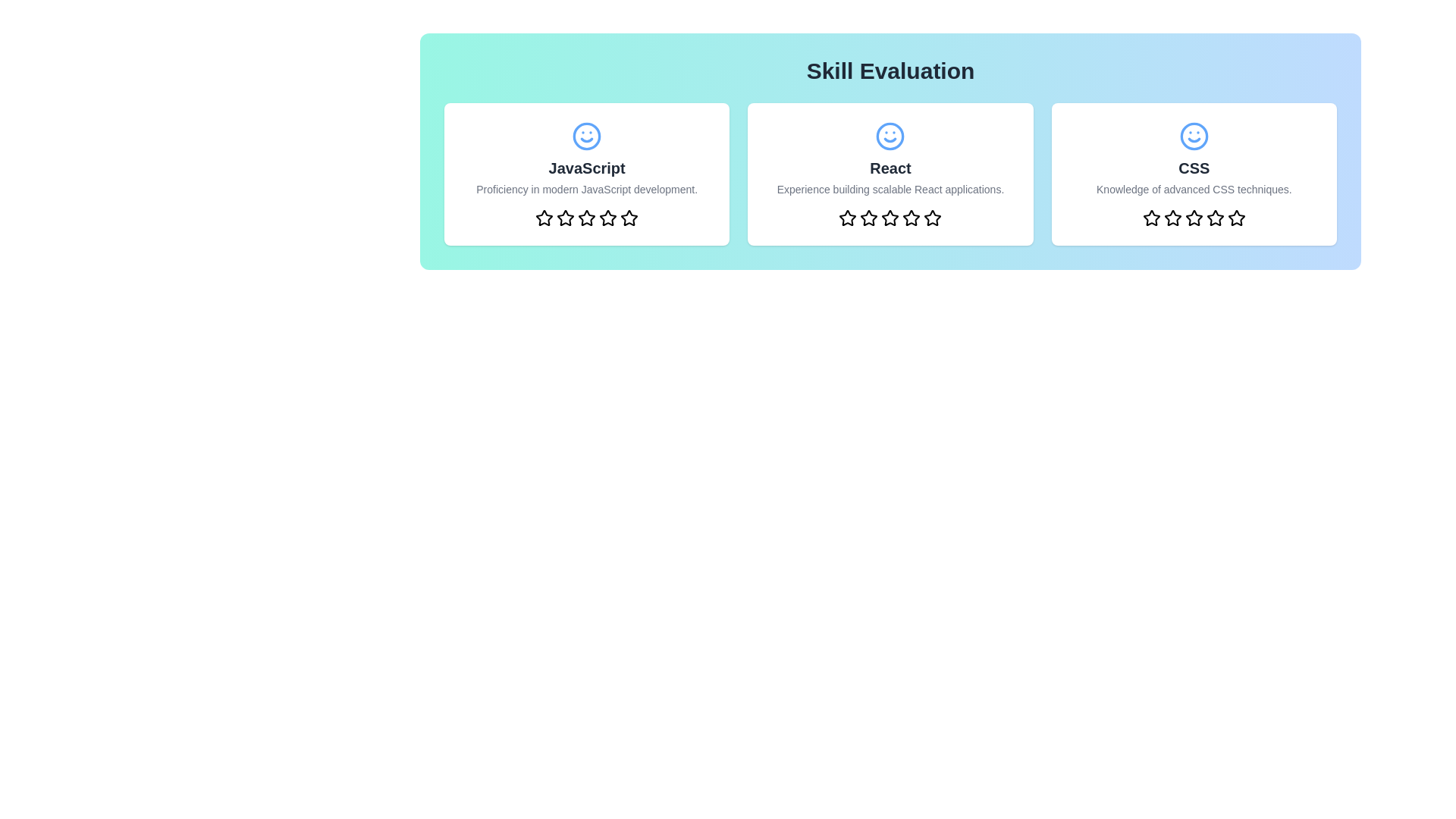 This screenshot has width=1456, height=819. Describe the element at coordinates (585, 174) in the screenshot. I see `the center of the JavaScript skill card to observe the hover effect` at that location.